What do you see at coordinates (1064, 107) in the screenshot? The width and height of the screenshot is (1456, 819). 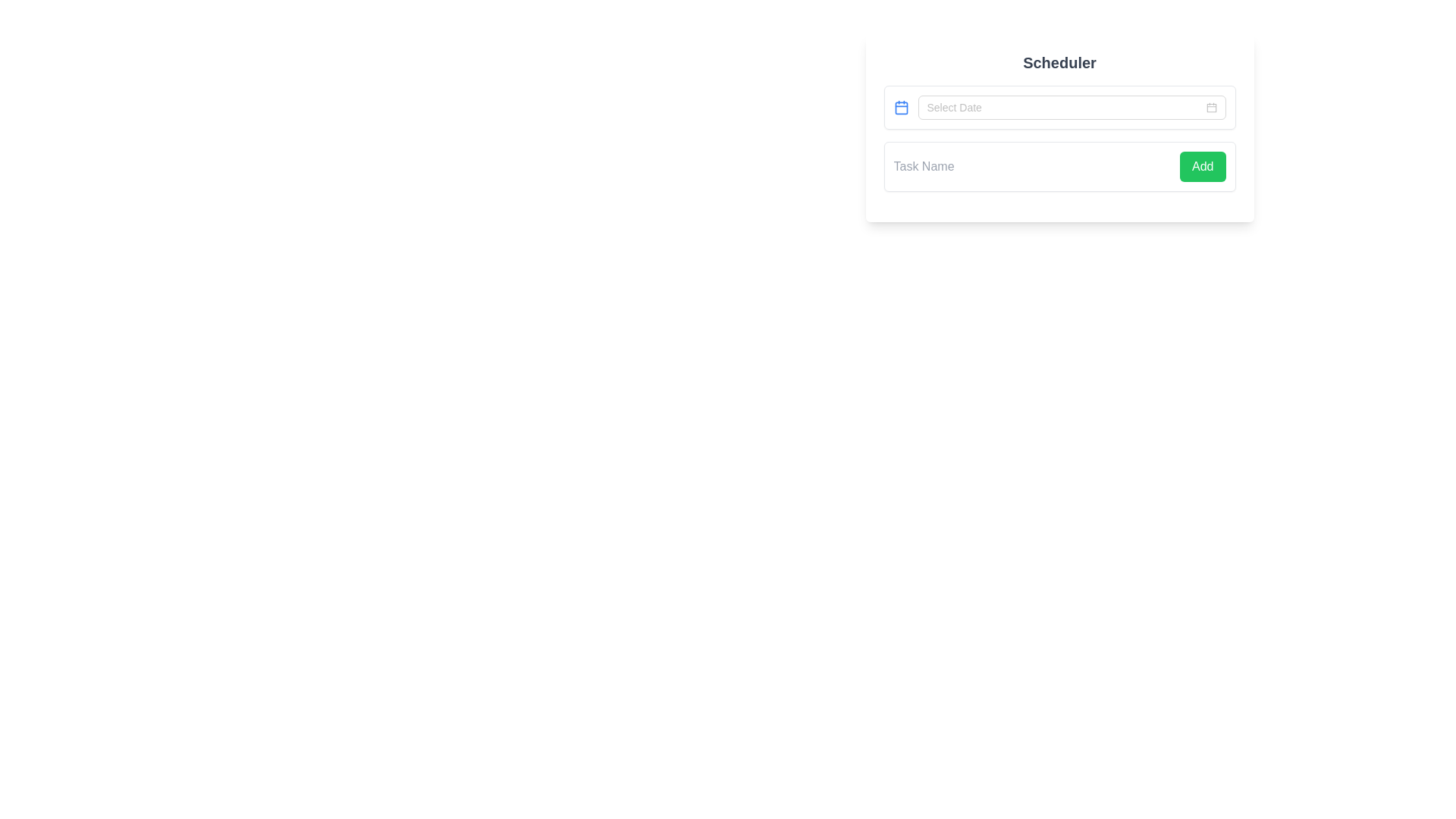 I see `the text input field for date entry, which is styled with a border and has a placeholder that reads 'Select Date', located in the Scheduler layout near the calendar icon` at bounding box center [1064, 107].